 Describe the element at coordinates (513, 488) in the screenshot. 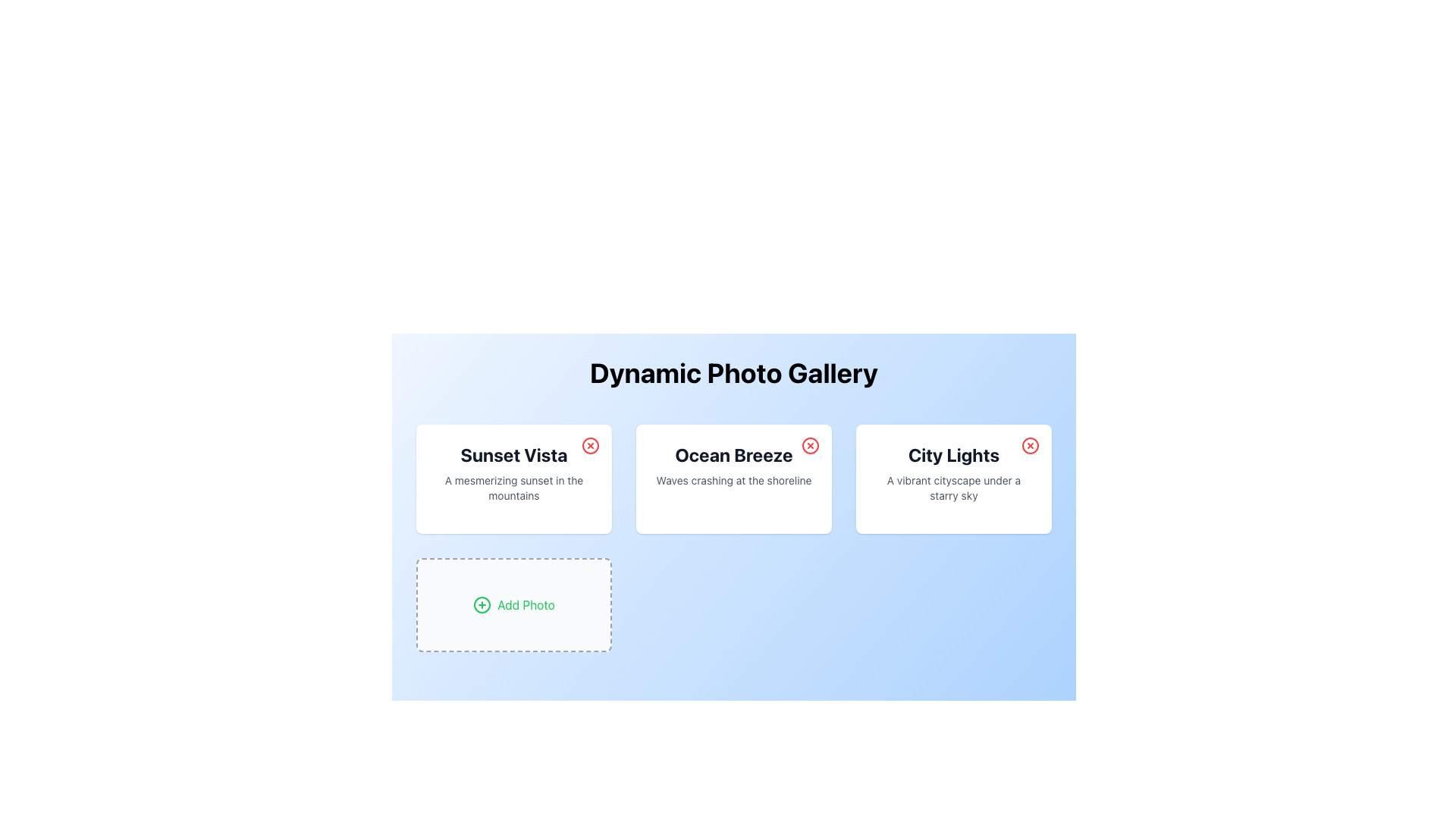

I see `descriptive text 'A mesmerizing sunset in the mountains' located below the title 'Sunset Vista' in the content card` at that location.